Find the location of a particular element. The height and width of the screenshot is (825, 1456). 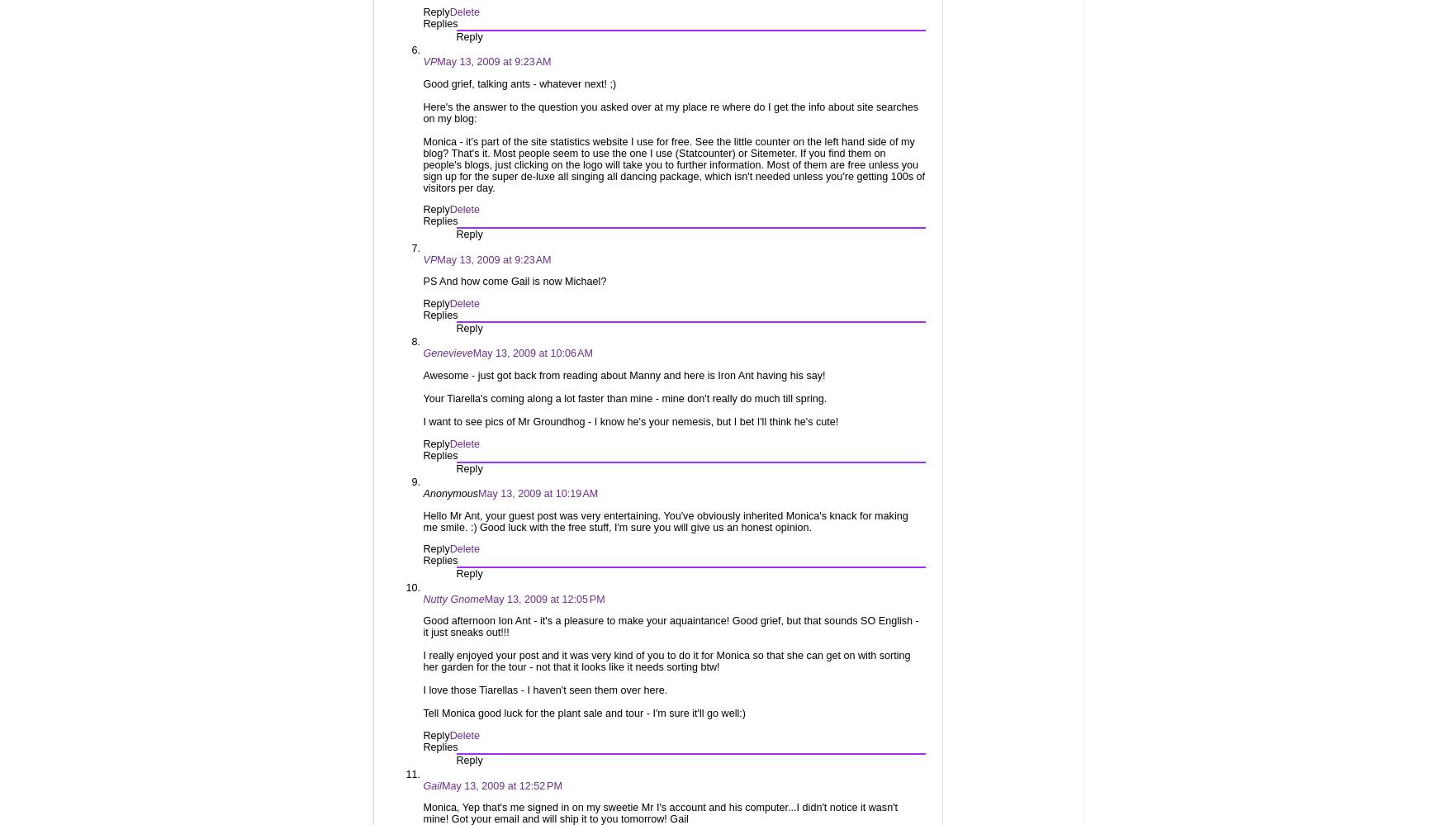

'May 13, 2009 at 10:06 AM' is located at coordinates (533, 352).